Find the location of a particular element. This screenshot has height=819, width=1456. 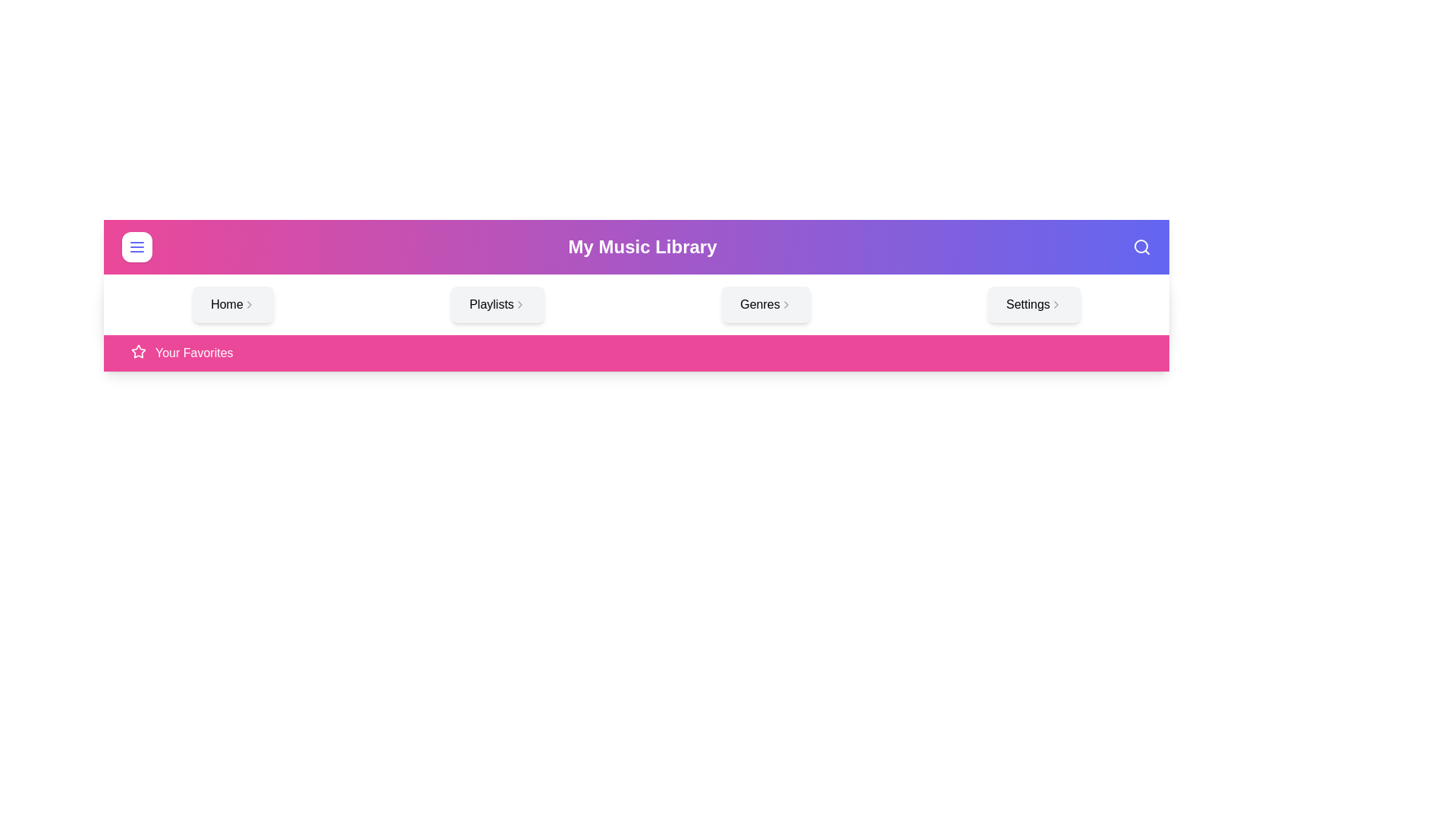

the menu toggle button to toggle the visibility of the menu is located at coordinates (137, 246).